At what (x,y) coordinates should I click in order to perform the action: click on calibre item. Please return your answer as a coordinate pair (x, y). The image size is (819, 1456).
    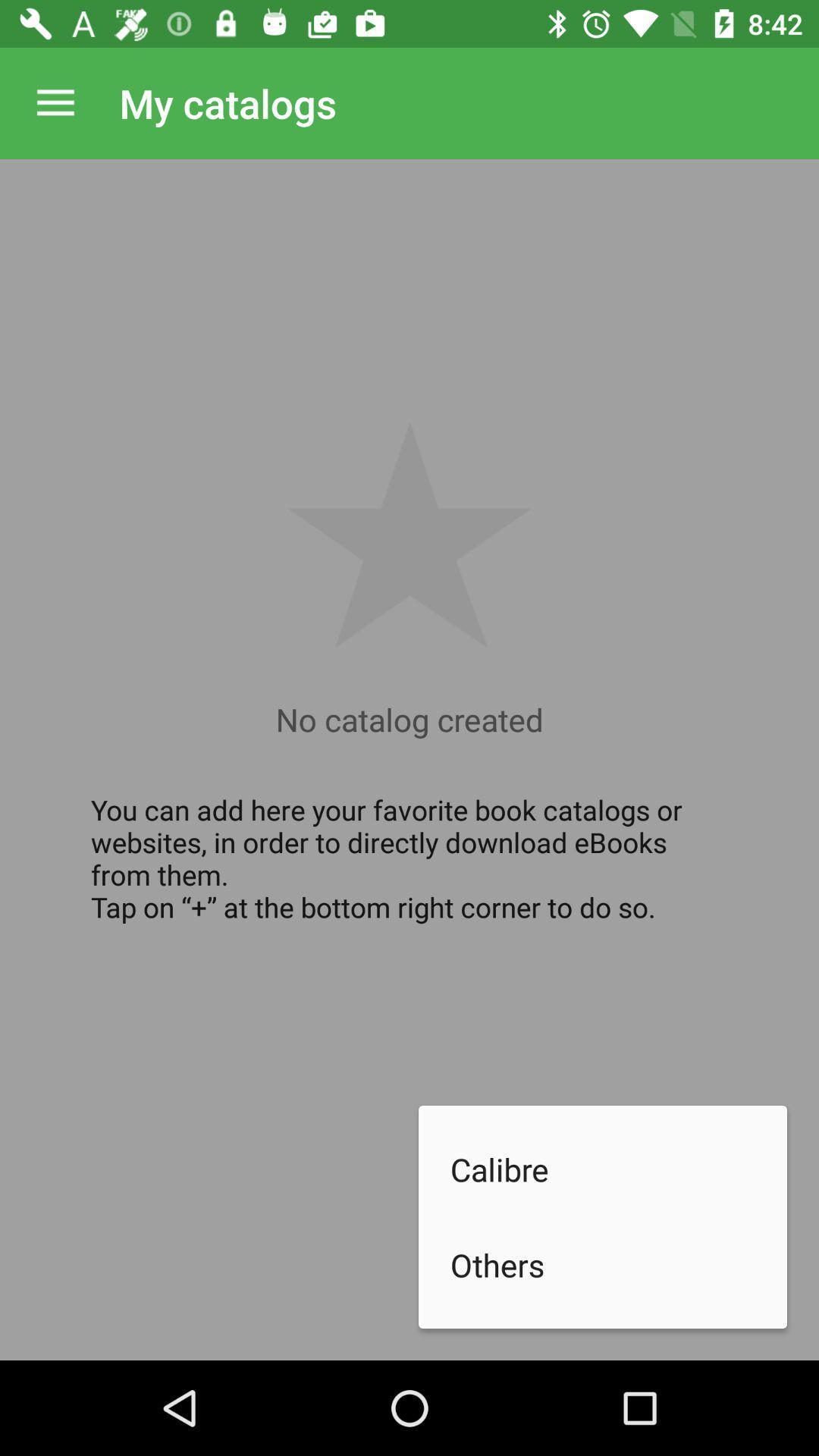
    Looking at the image, I should click on (619, 1168).